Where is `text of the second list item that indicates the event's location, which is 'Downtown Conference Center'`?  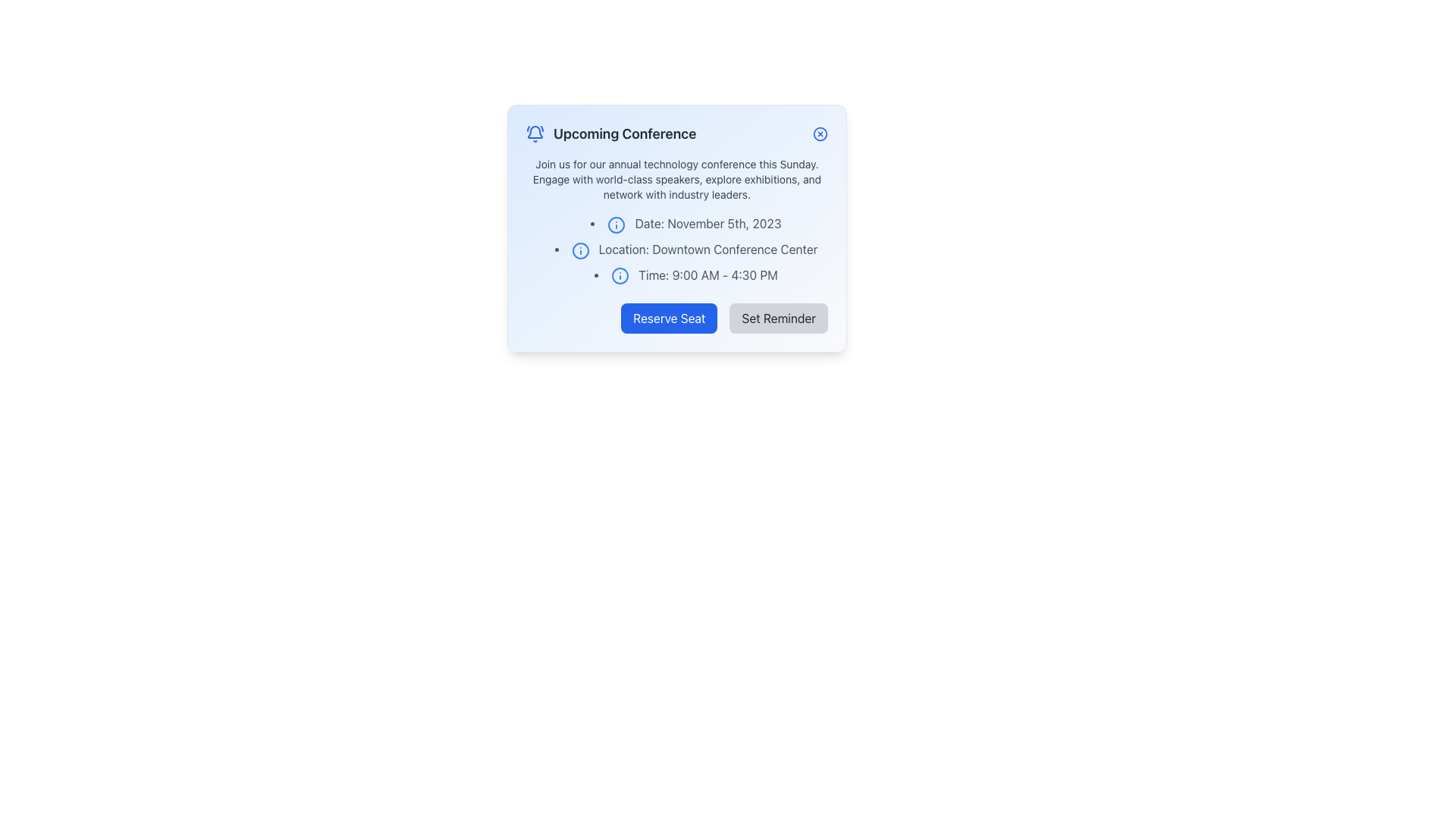 text of the second list item that indicates the event's location, which is 'Downtown Conference Center' is located at coordinates (676, 248).